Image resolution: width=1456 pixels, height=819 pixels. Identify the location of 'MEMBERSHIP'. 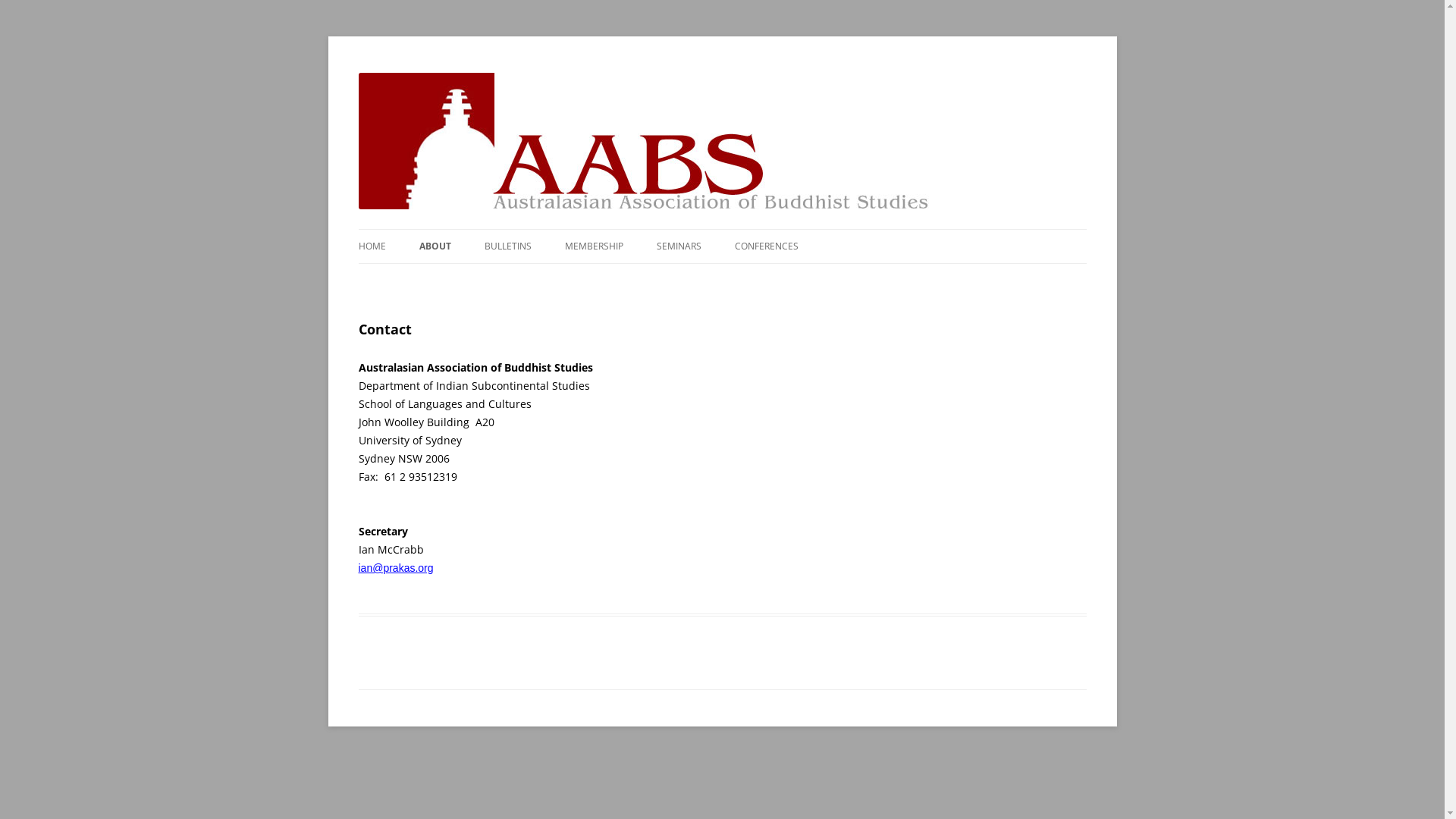
(592, 245).